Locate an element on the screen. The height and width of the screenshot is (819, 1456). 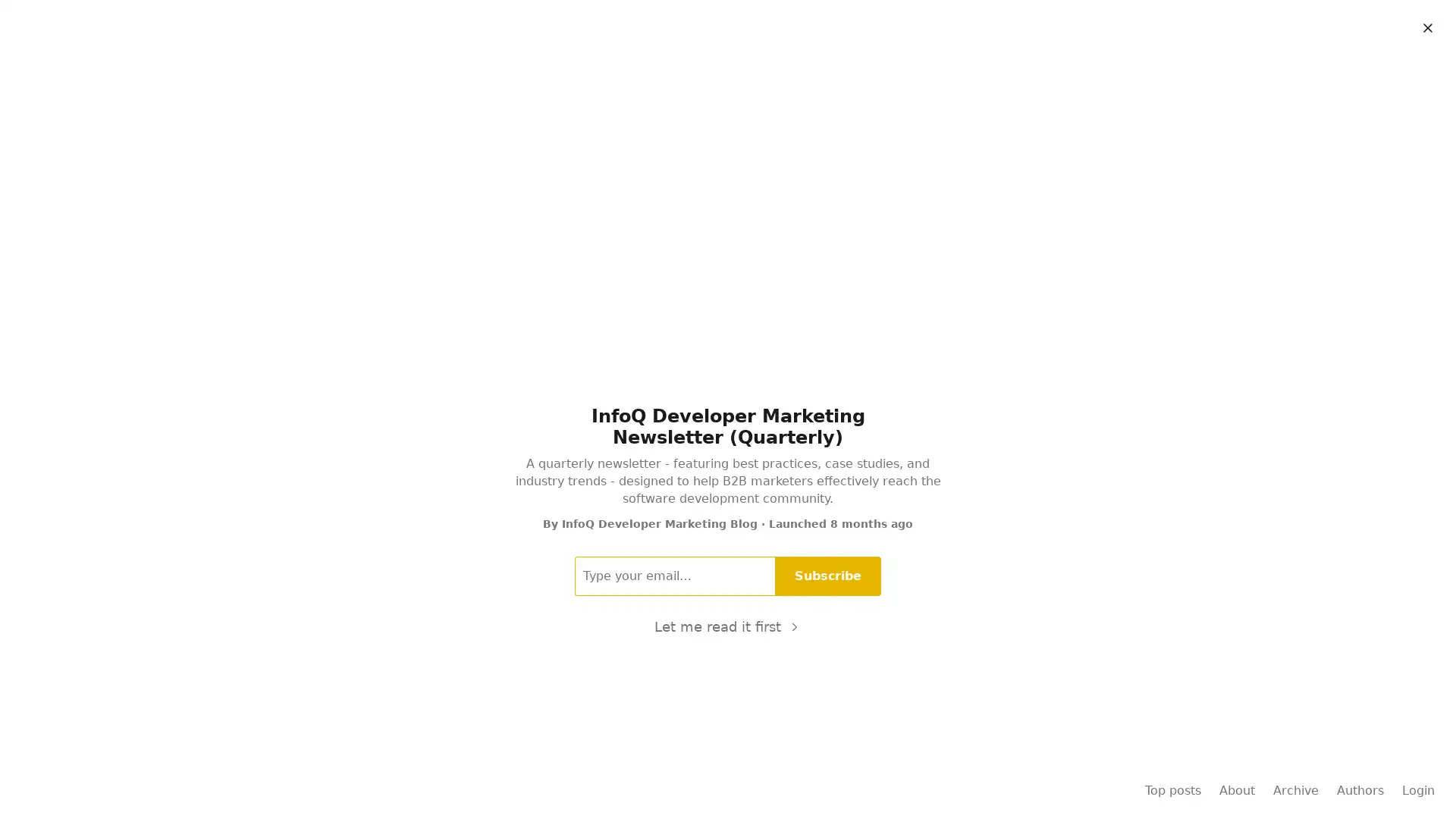
Subscribe is located at coordinates (1333, 24).